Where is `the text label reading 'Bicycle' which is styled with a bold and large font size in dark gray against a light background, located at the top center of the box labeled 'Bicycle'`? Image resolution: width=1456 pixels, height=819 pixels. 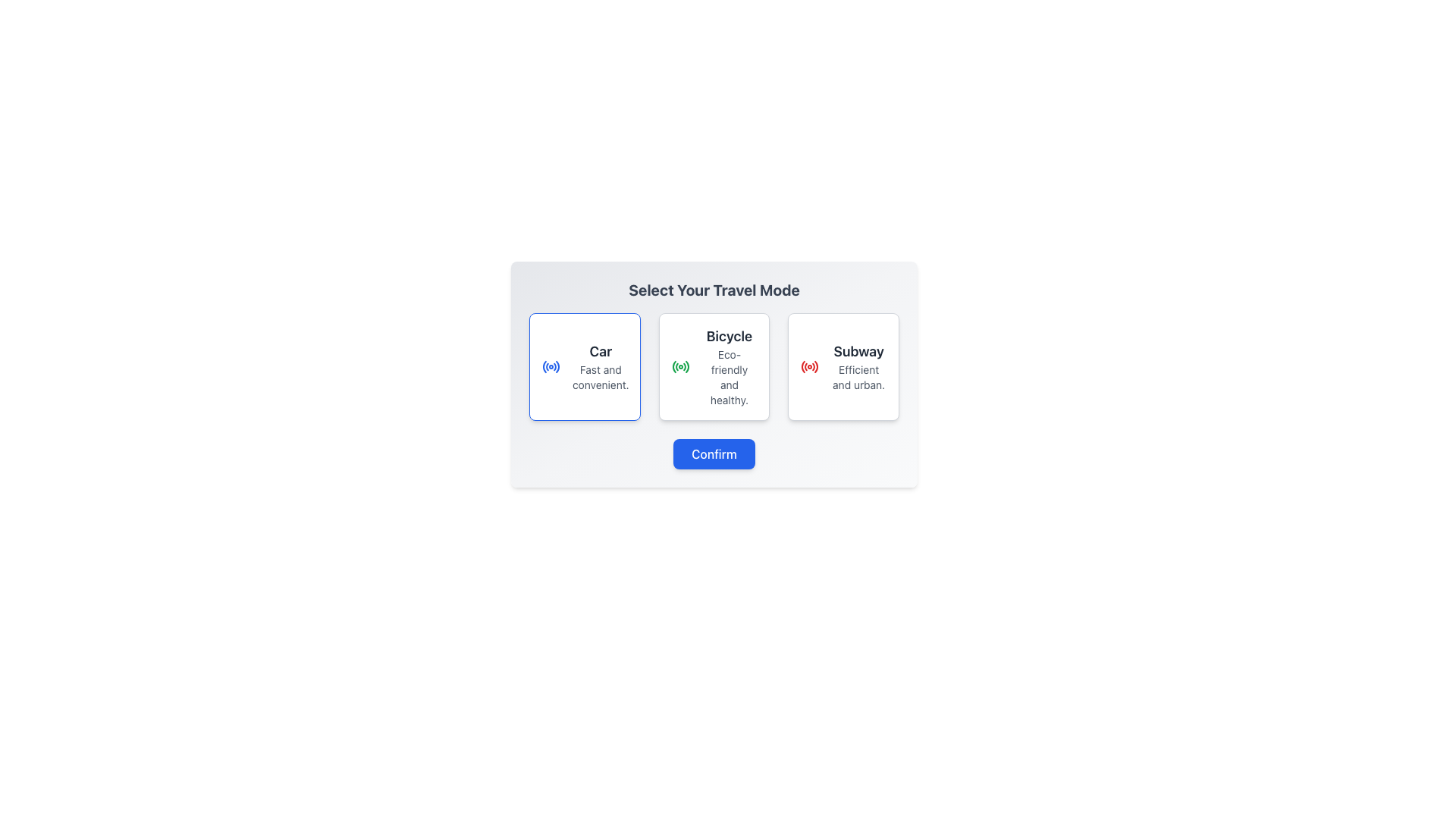 the text label reading 'Bicycle' which is styled with a bold and large font size in dark gray against a light background, located at the top center of the box labeled 'Bicycle' is located at coordinates (729, 335).